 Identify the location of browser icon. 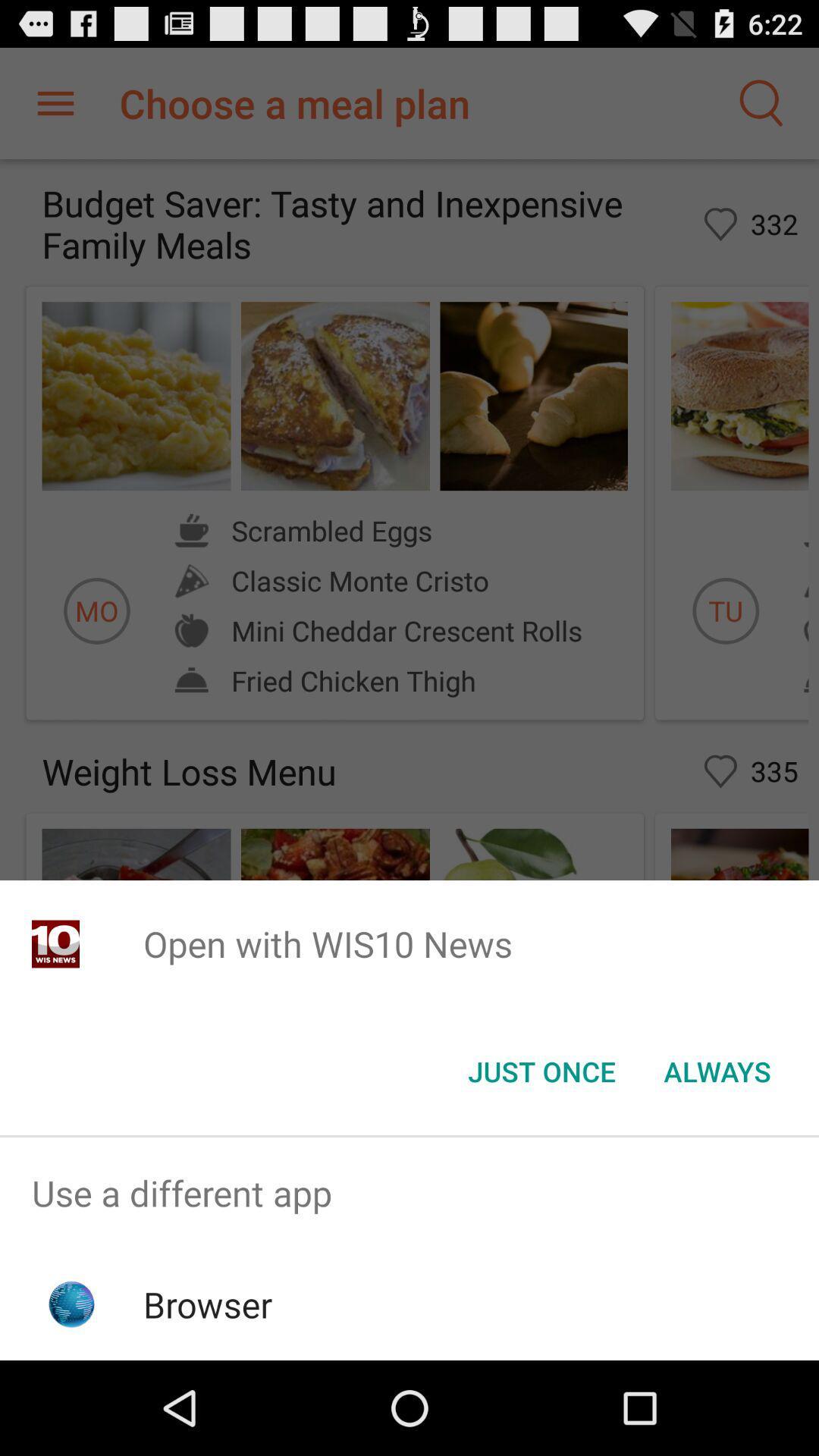
(208, 1304).